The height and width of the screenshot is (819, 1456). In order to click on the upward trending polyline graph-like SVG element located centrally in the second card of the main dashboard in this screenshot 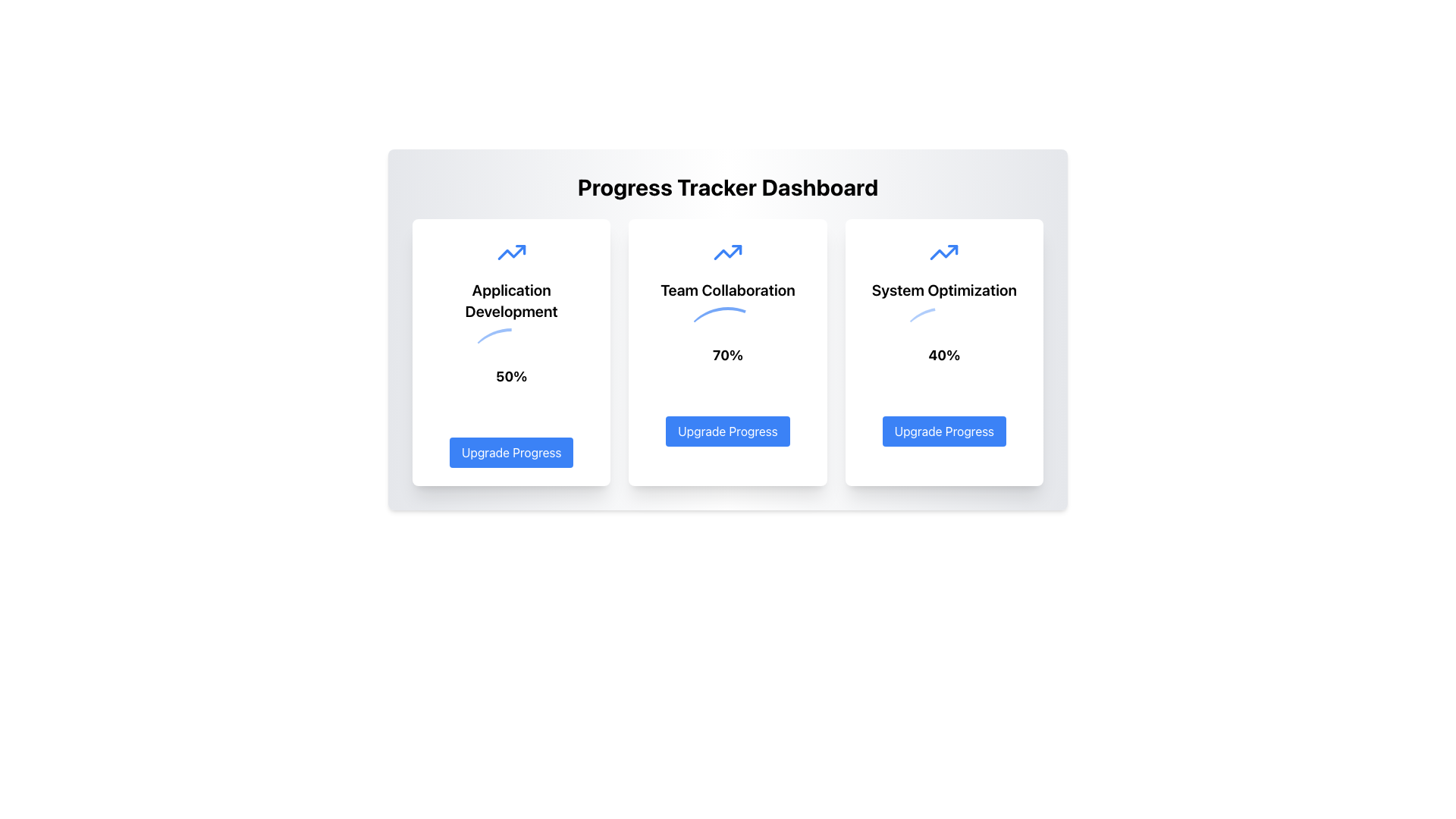, I will do `click(511, 251)`.